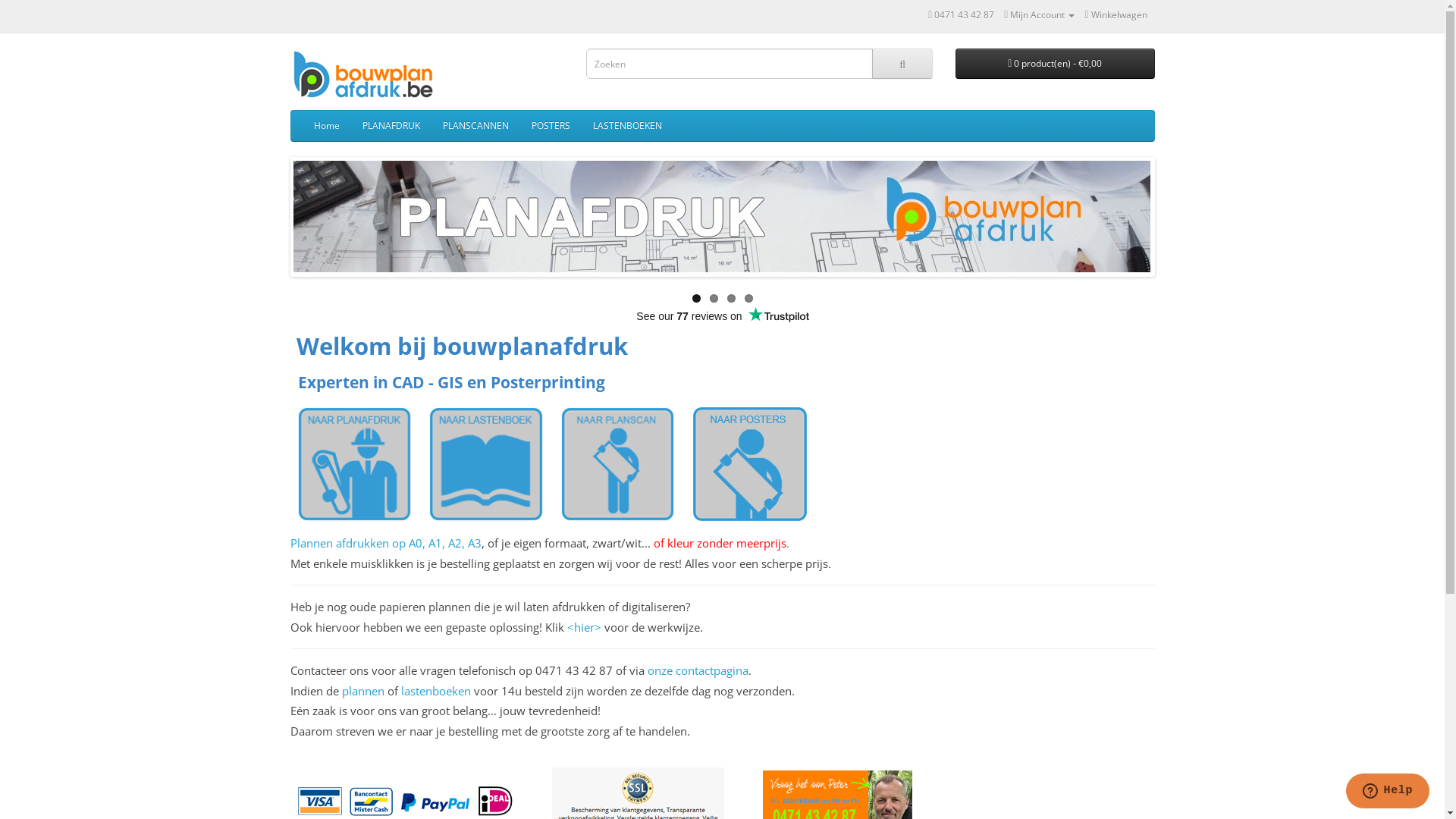  What do you see at coordinates (435, 690) in the screenshot?
I see `'lastenboeken'` at bounding box center [435, 690].